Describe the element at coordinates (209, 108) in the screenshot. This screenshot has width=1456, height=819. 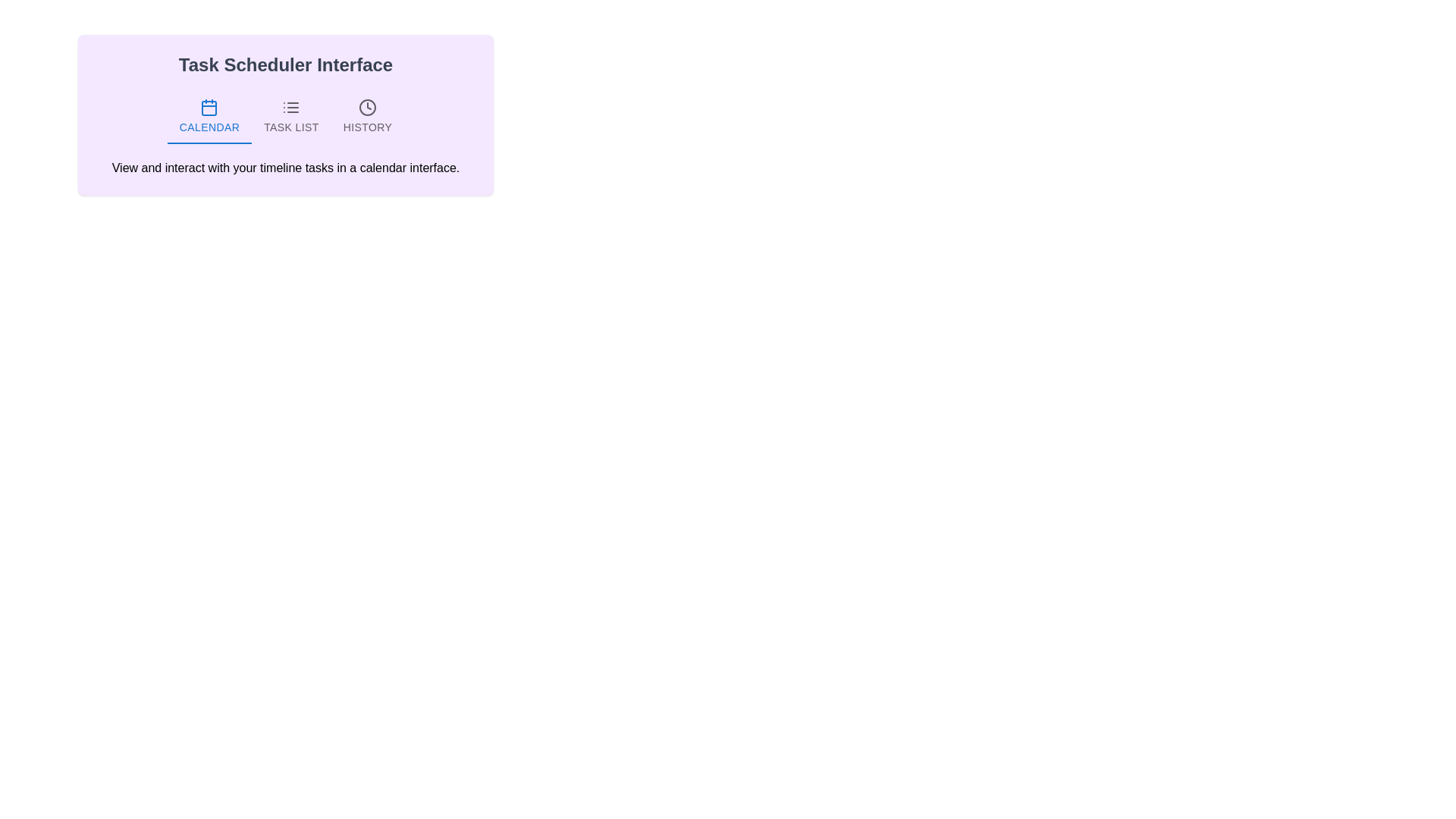
I see `the rounded rectangle element that serves as the main background area of the calendar icon within the Task Scheduler Interface tab bar` at that location.